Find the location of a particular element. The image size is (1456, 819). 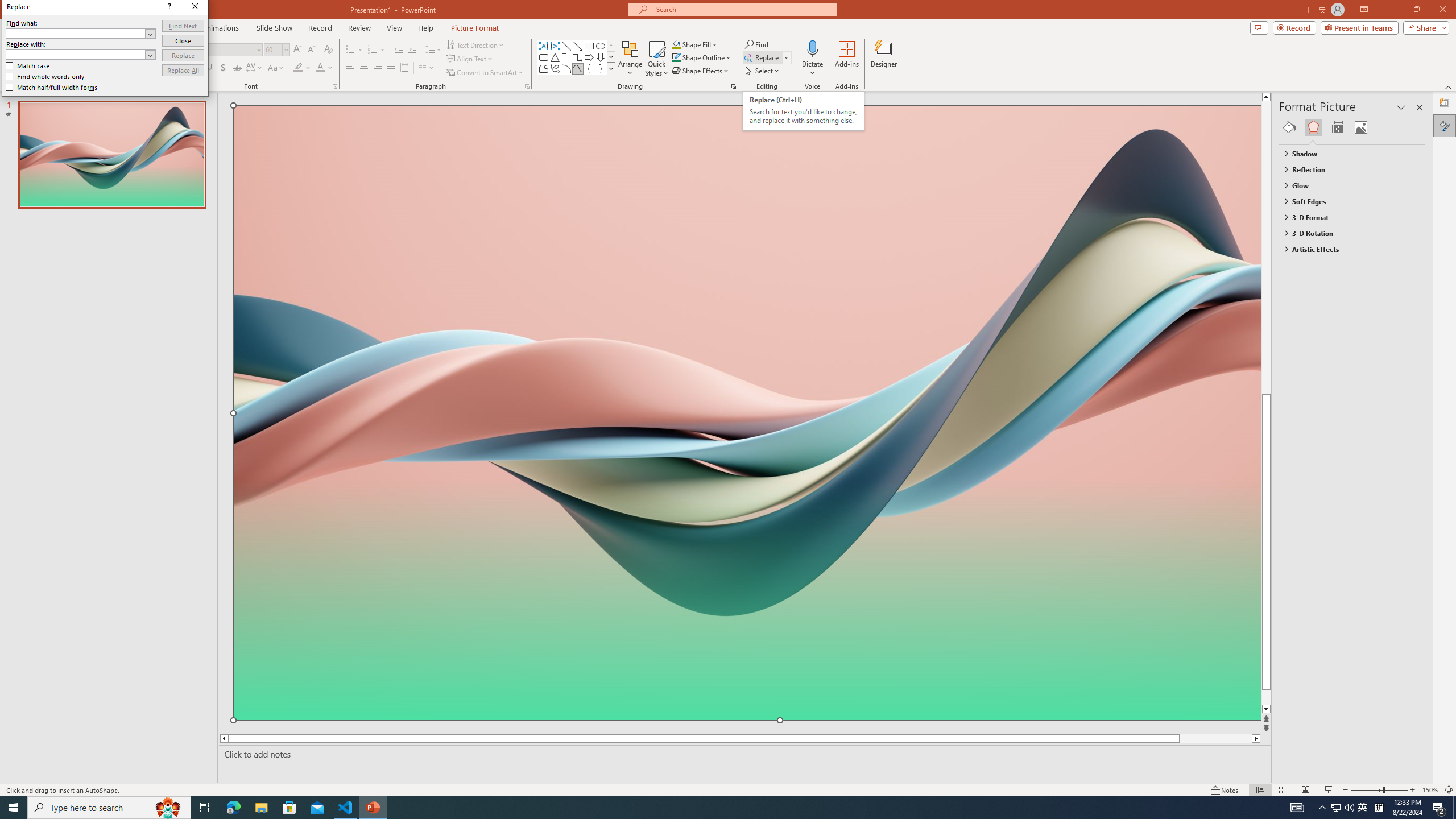

'Vertical Text Box' is located at coordinates (554, 45).